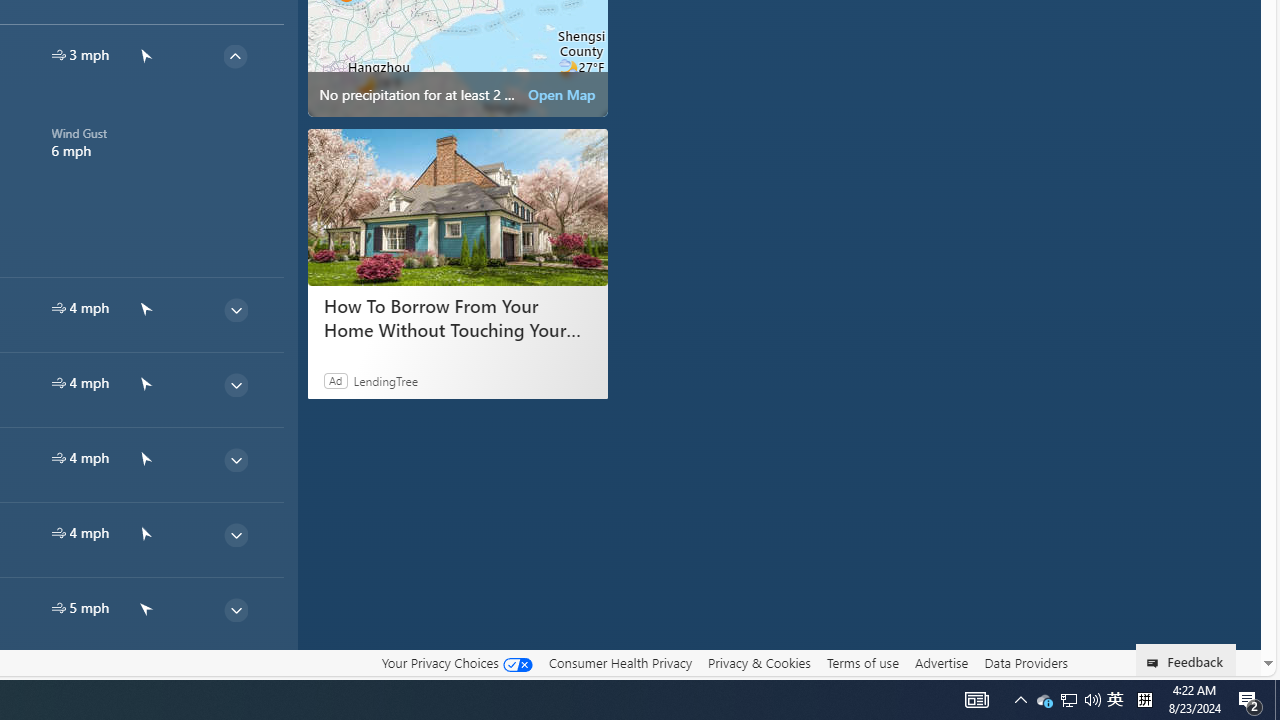 The width and height of the screenshot is (1280, 720). What do you see at coordinates (862, 663) in the screenshot?
I see `'Terms of use'` at bounding box center [862, 663].